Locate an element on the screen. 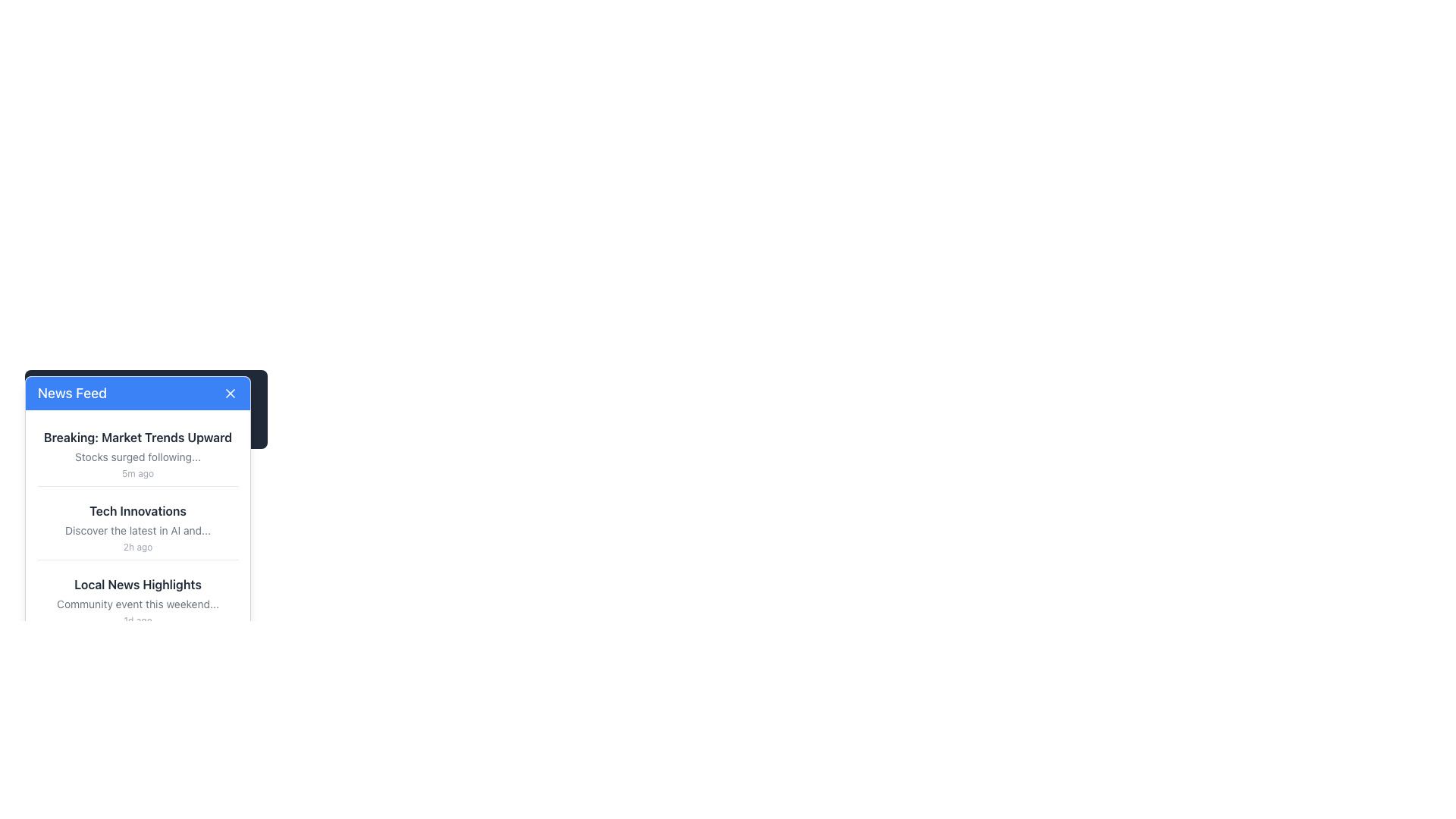 This screenshot has width=1456, height=819. the 'X' button on the header bar of the news feed section is located at coordinates (146, 409).